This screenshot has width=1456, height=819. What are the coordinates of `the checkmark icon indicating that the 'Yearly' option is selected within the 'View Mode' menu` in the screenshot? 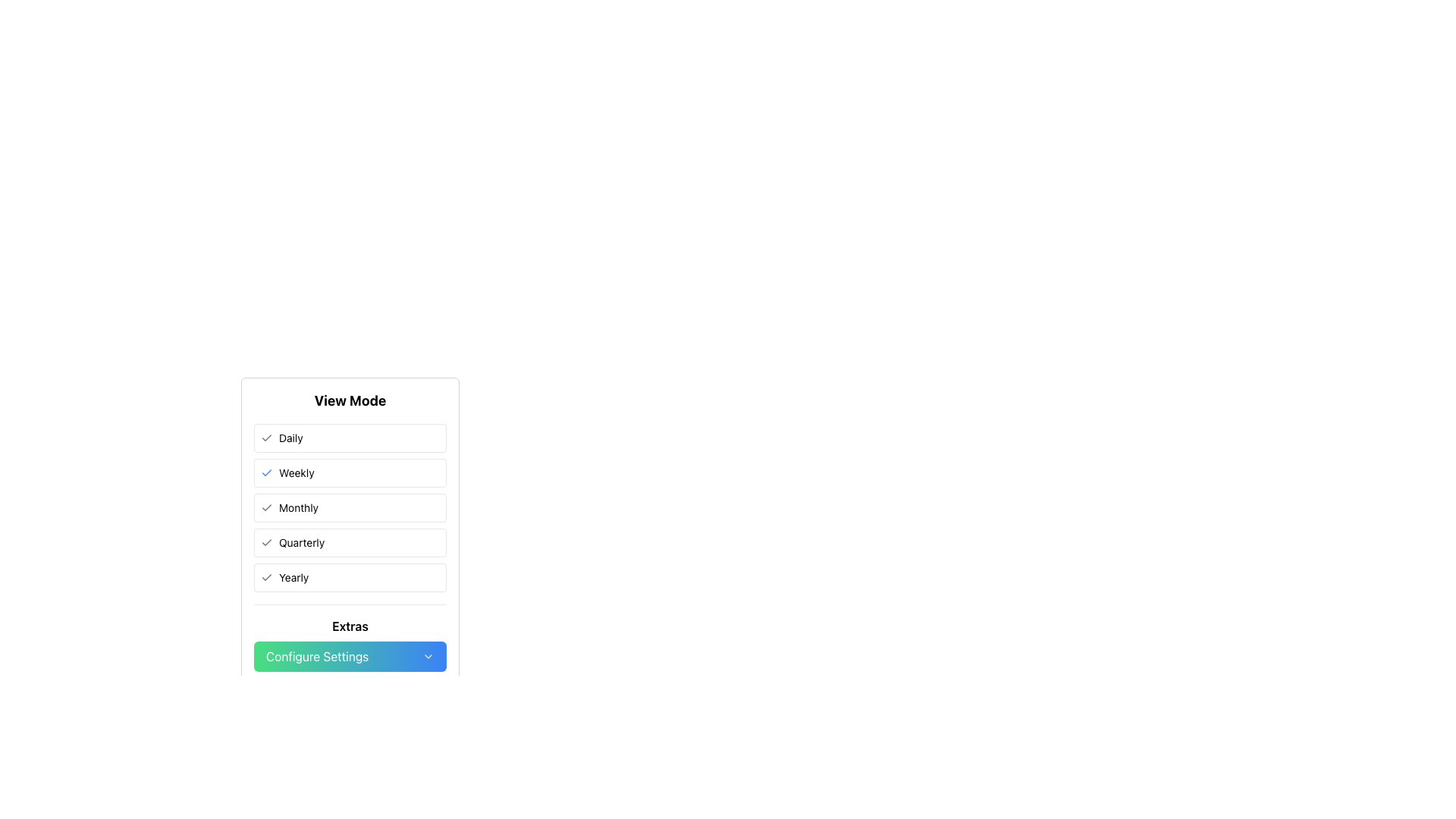 It's located at (266, 578).